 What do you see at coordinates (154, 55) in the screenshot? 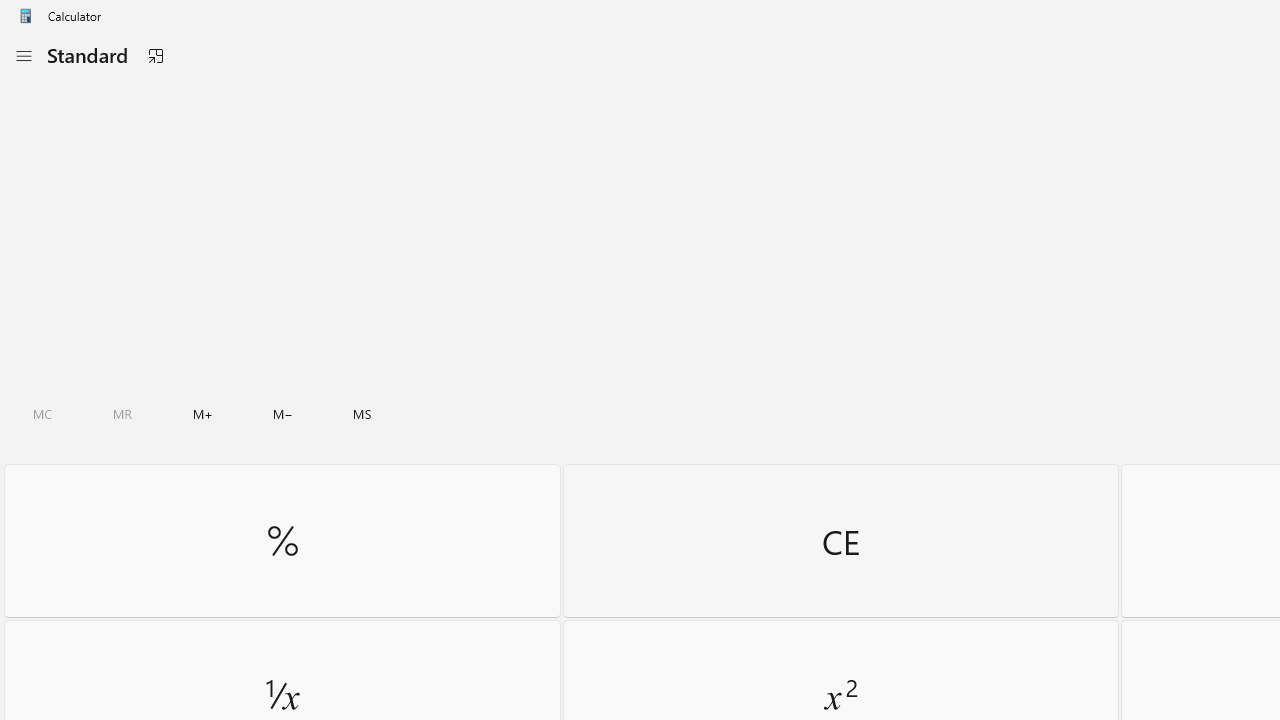
I see `'Keep on top'` at bounding box center [154, 55].